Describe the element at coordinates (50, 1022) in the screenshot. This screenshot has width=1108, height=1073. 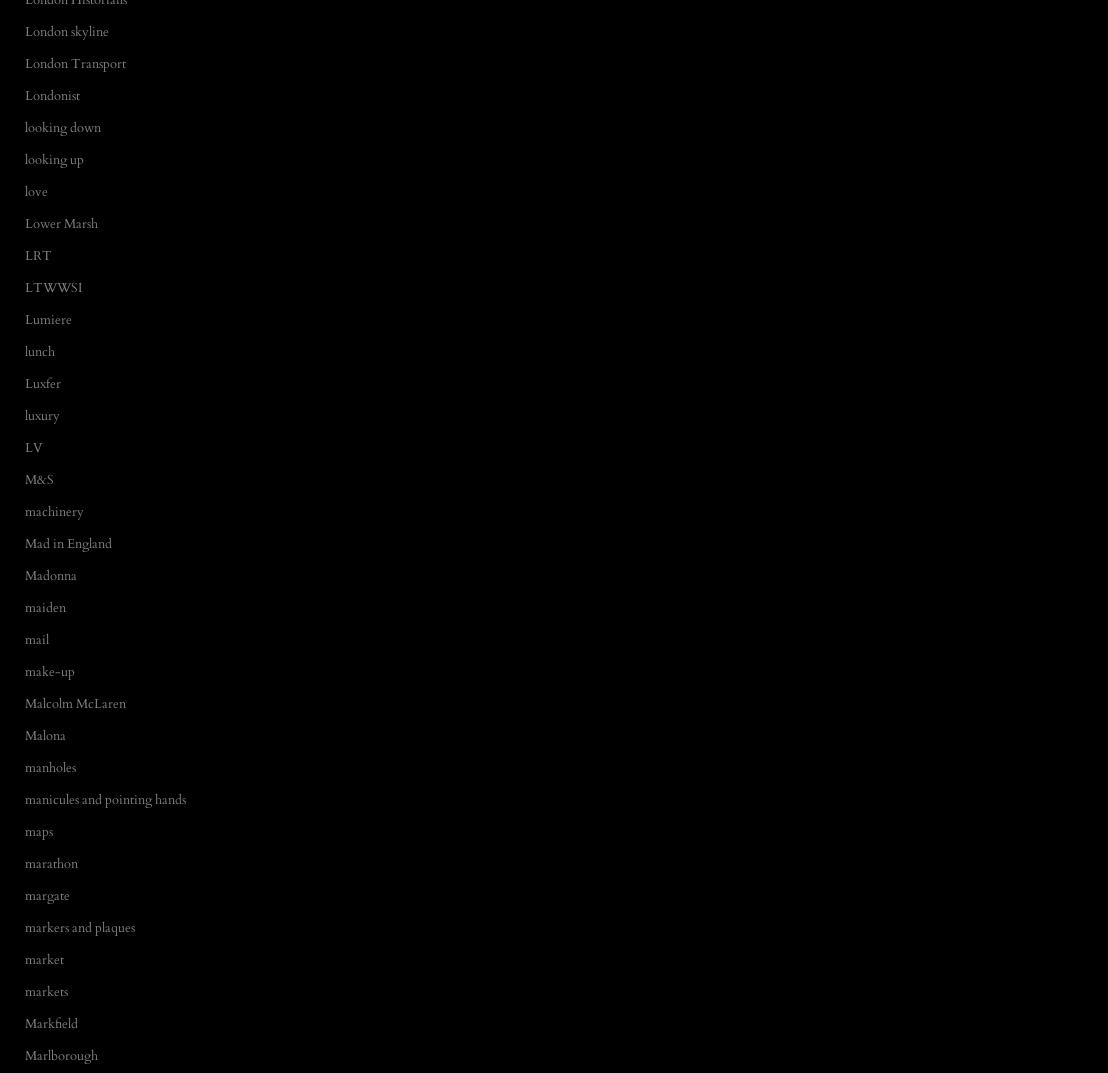
I see `'Markfield'` at that location.